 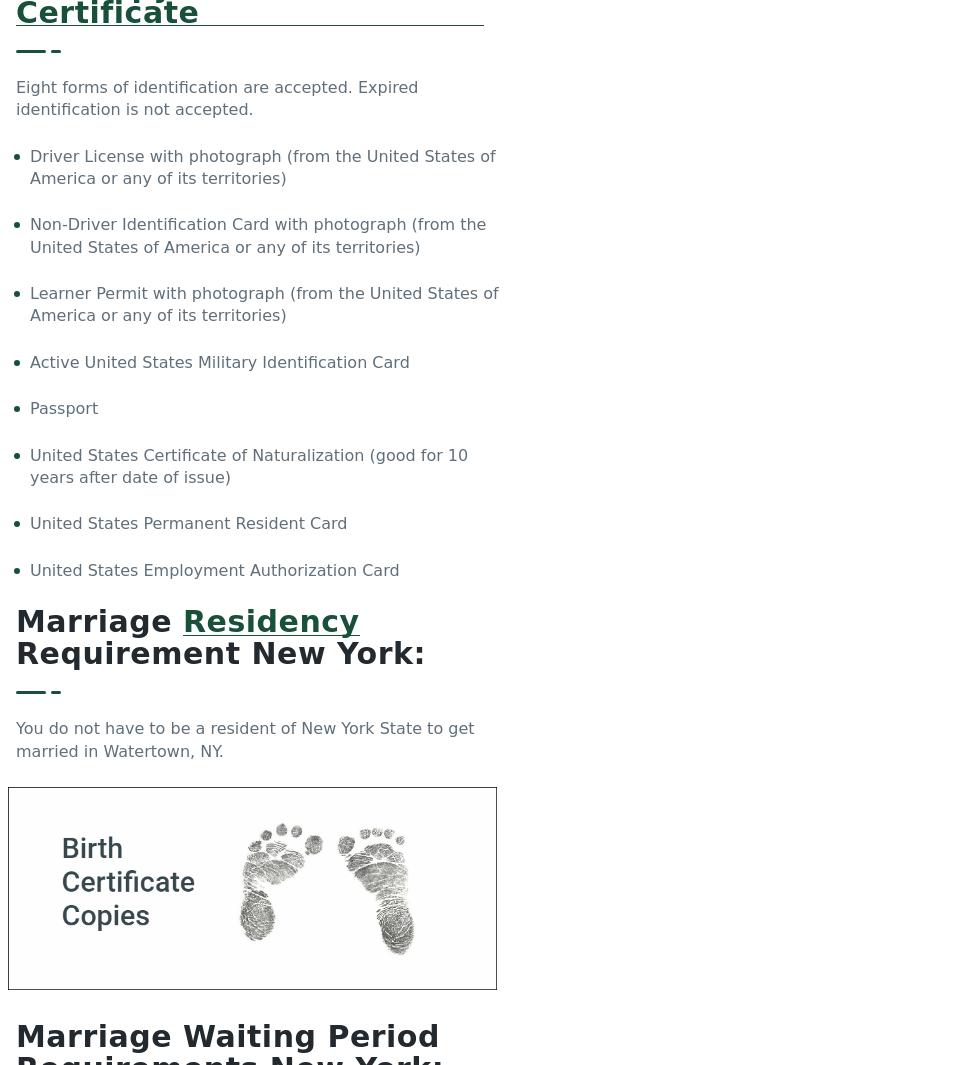 What do you see at coordinates (30, 465) in the screenshot?
I see `'United States Certificate of Naturalization (good for 10 years after date of issue)'` at bounding box center [30, 465].